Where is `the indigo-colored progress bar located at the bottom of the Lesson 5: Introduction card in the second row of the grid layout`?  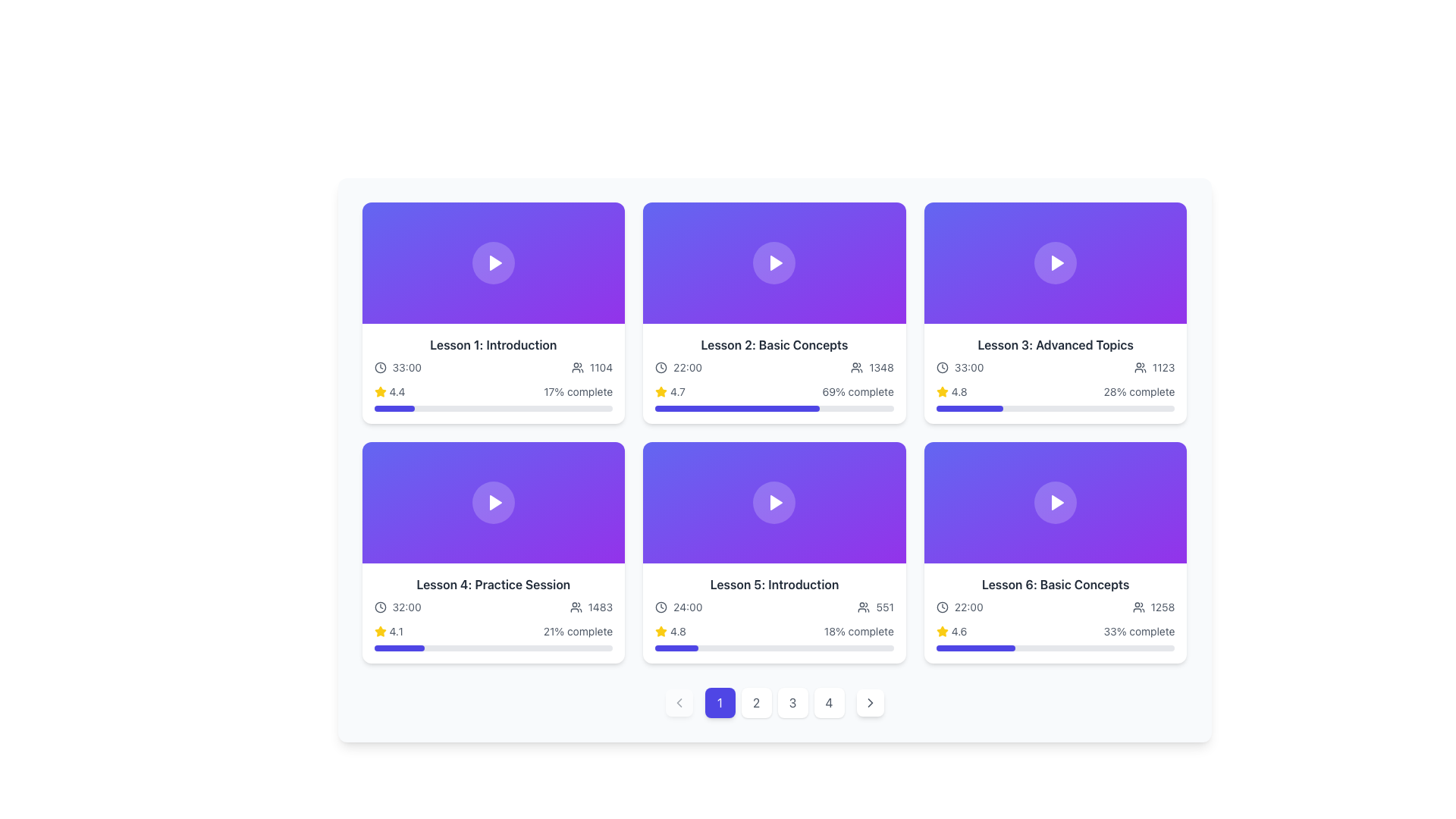
the indigo-colored progress bar located at the bottom of the Lesson 5: Introduction card in the second row of the grid layout is located at coordinates (774, 648).